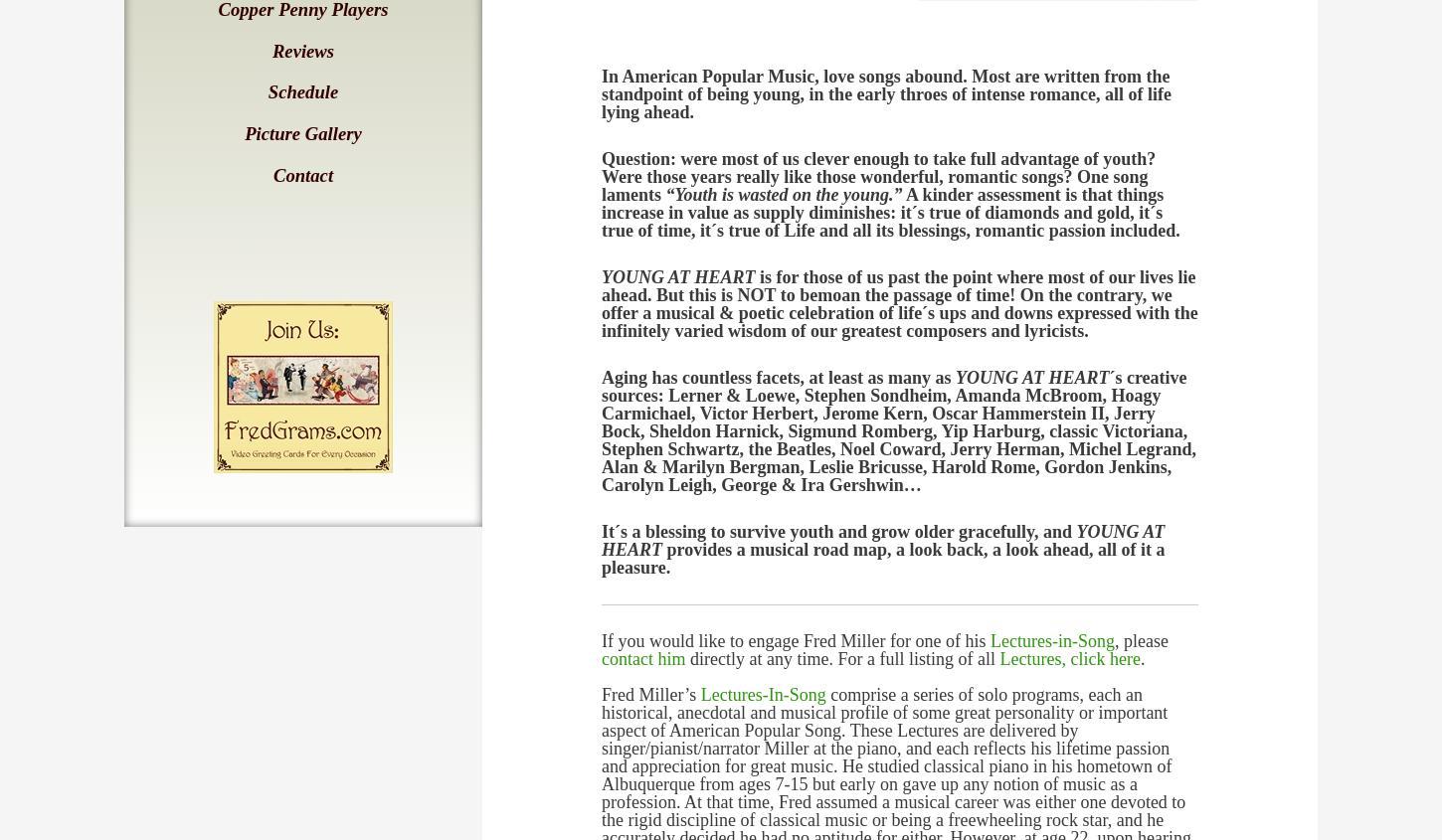  What do you see at coordinates (1141, 658) in the screenshot?
I see `'.'` at bounding box center [1141, 658].